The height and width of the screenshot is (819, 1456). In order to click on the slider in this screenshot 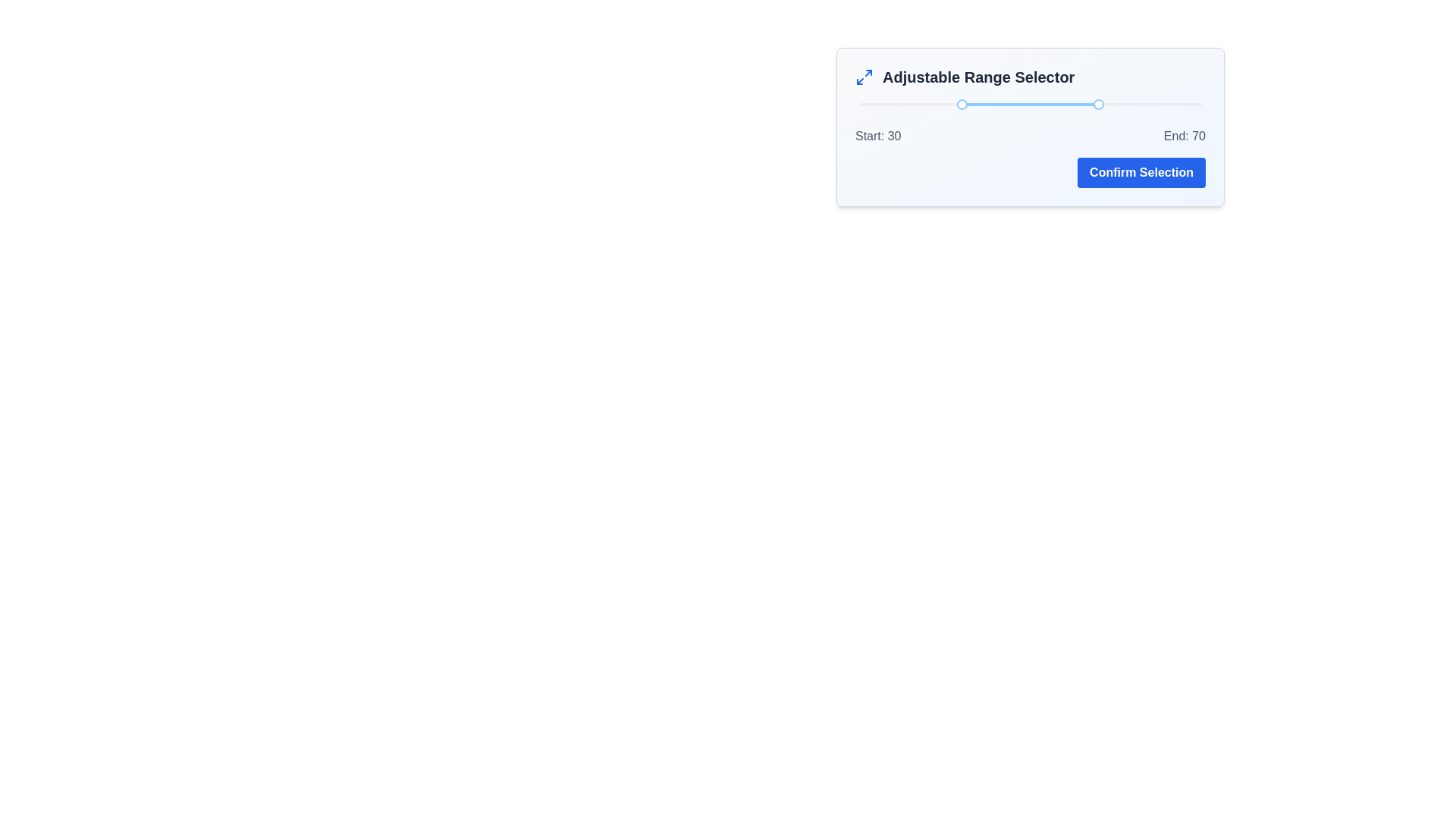, I will do `click(1118, 104)`.